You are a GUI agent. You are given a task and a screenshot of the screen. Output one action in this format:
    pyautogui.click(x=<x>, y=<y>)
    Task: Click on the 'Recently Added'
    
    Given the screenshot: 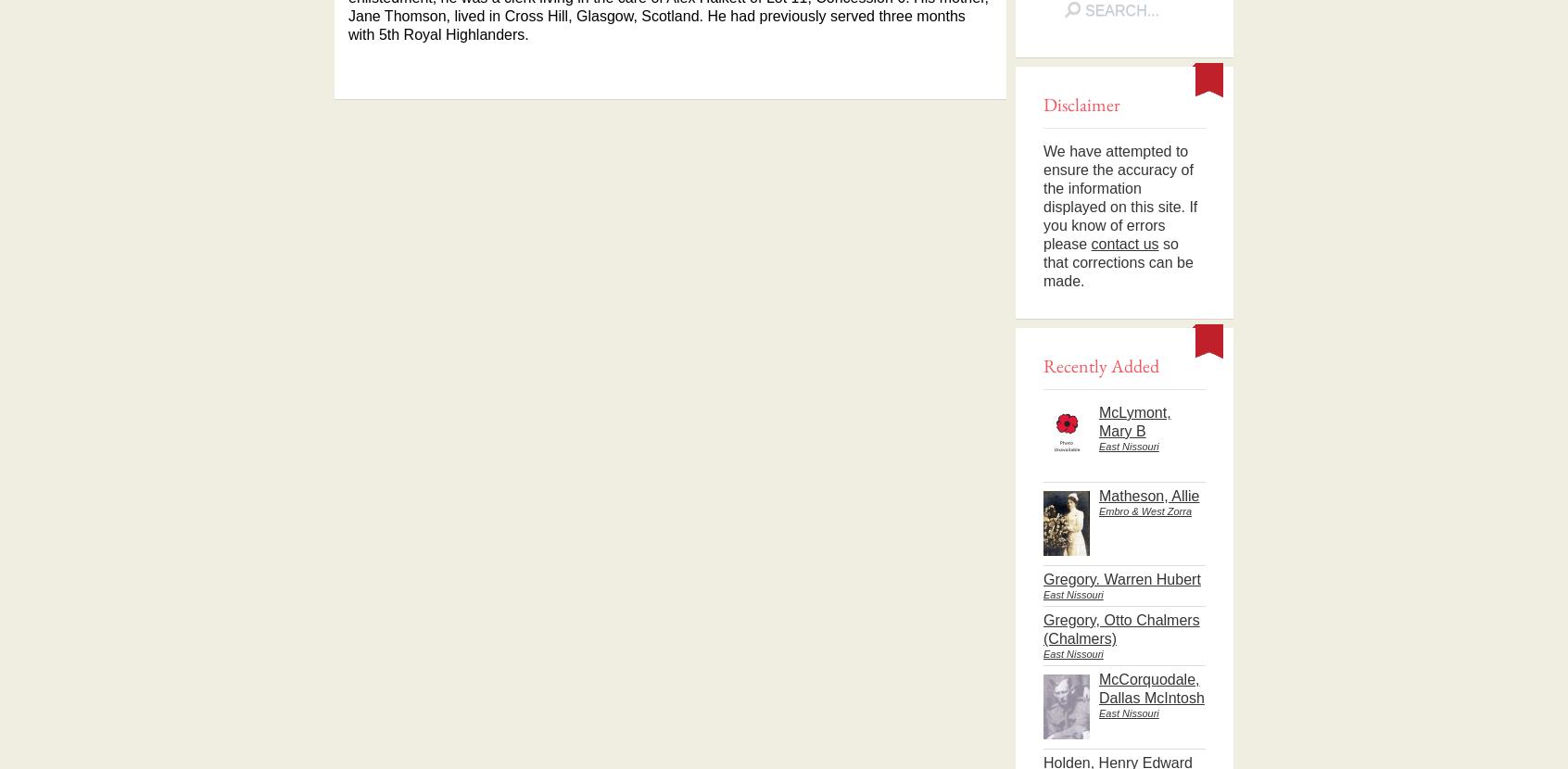 What is the action you would take?
    pyautogui.click(x=1100, y=364)
    